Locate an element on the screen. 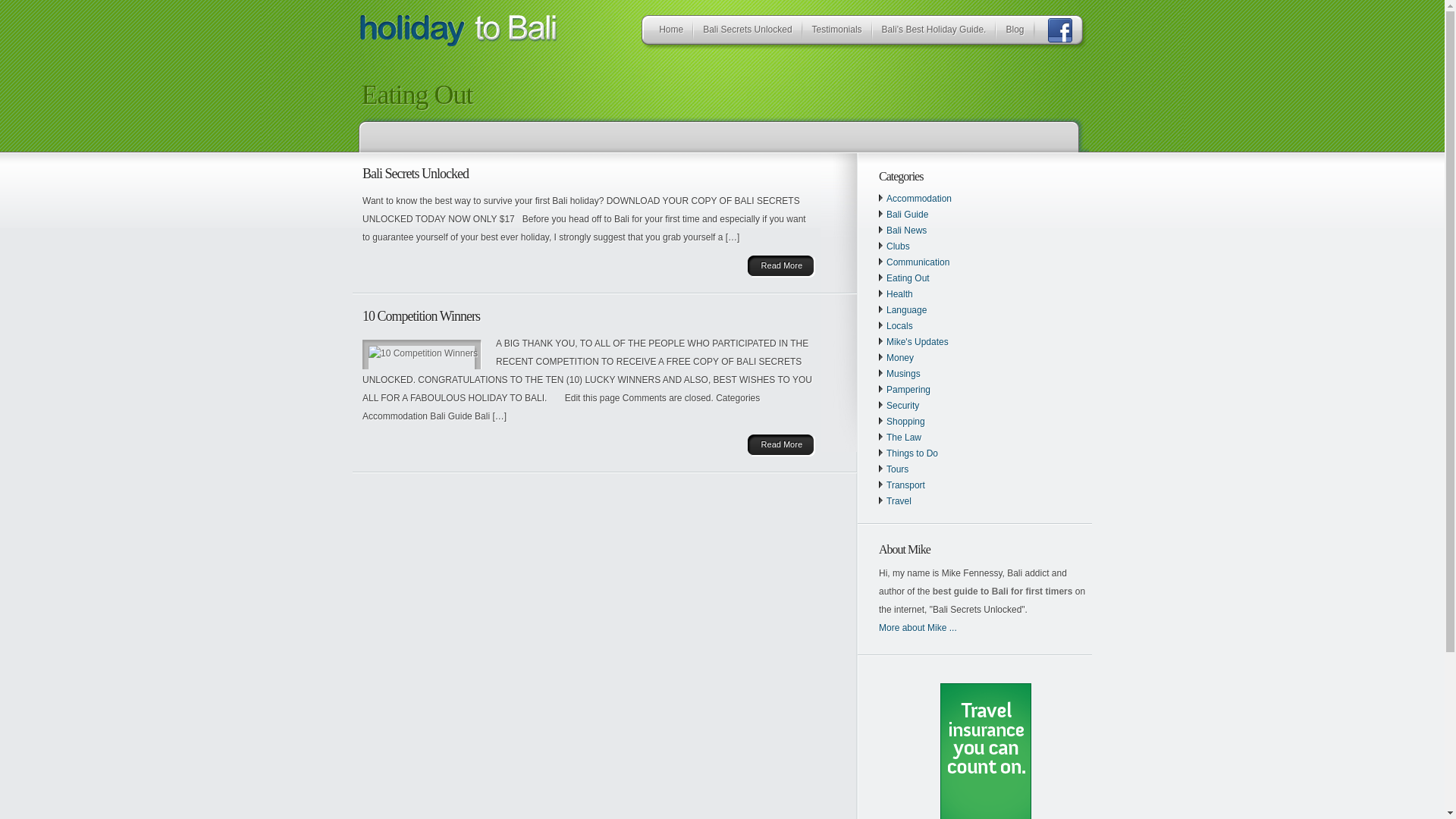 The width and height of the screenshot is (1456, 819). 'More about Mike ...' is located at coordinates (917, 628).